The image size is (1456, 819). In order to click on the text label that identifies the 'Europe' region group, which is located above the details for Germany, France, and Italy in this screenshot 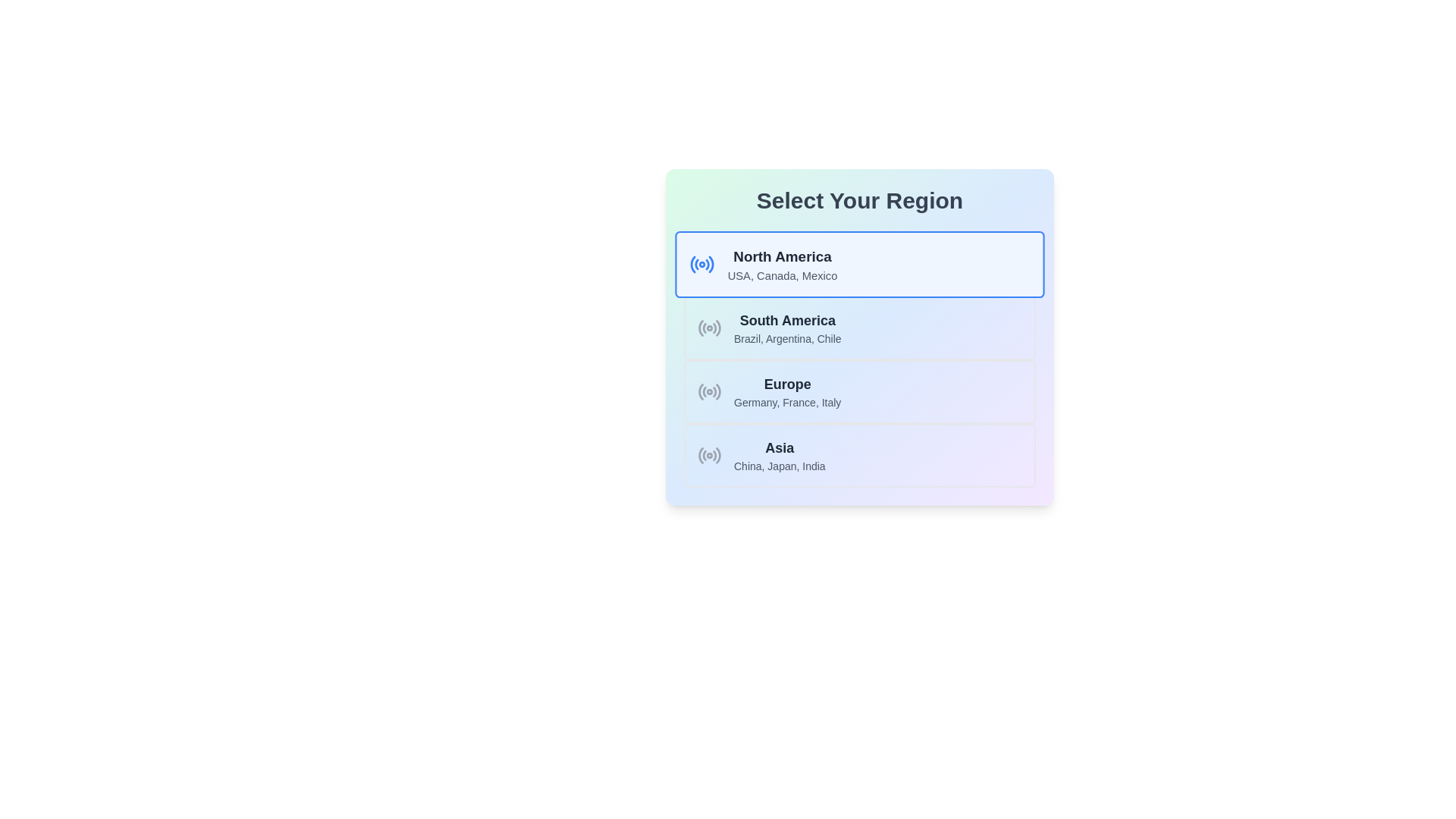, I will do `click(787, 383)`.